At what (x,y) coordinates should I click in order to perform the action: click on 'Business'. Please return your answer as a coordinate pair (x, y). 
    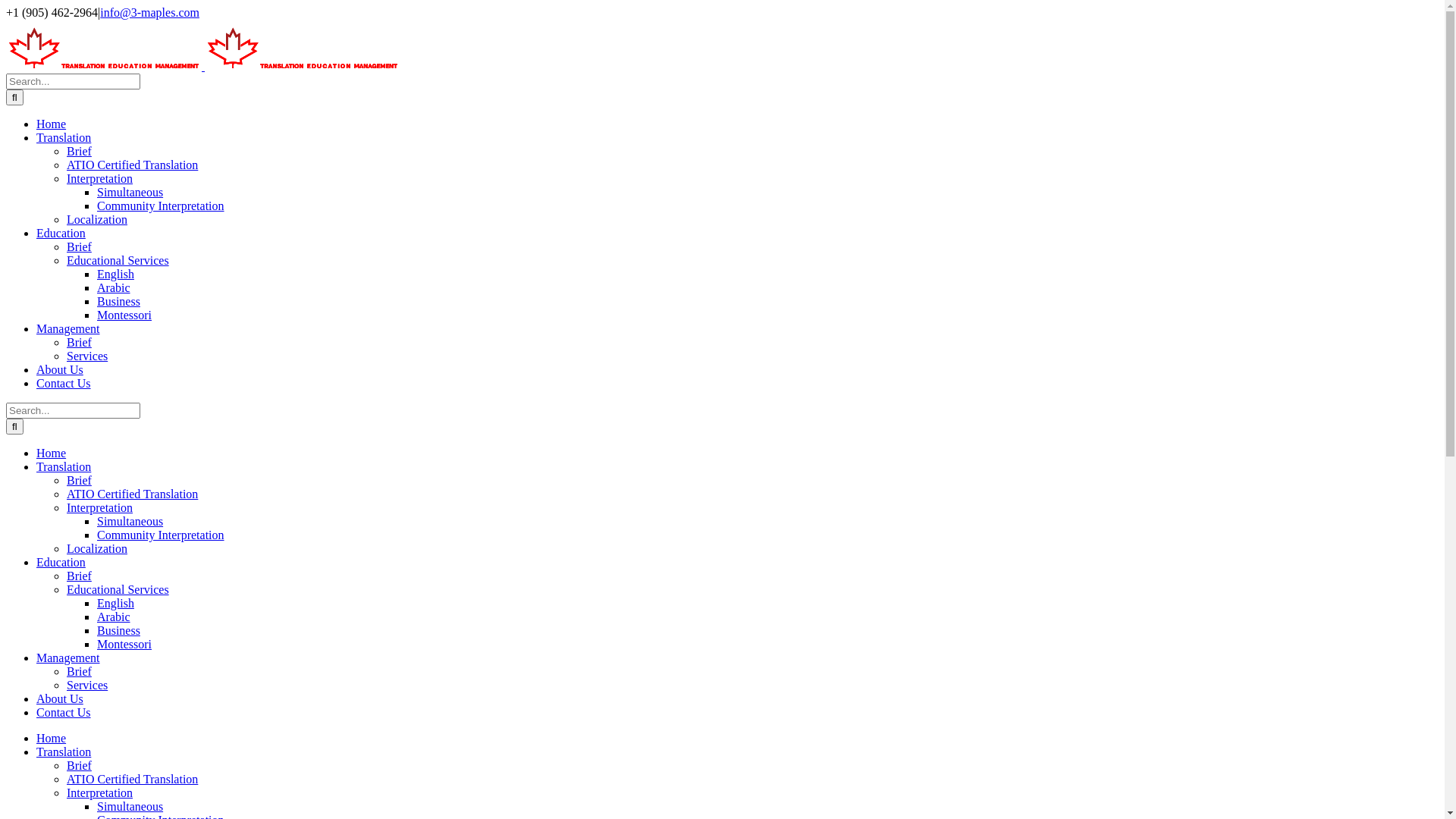
    Looking at the image, I should click on (118, 630).